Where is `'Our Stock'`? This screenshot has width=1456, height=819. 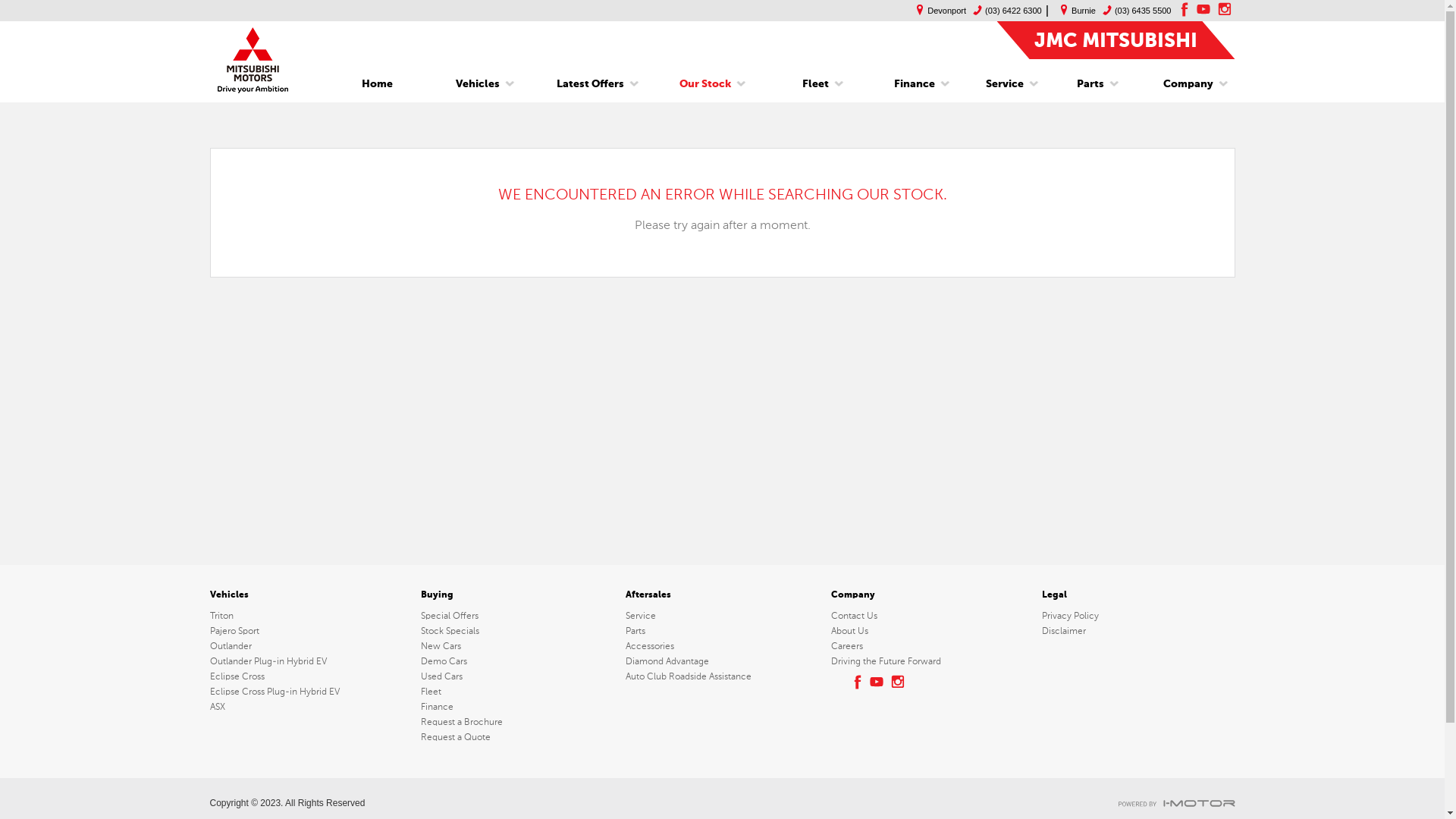
'Our Stock' is located at coordinates (704, 84).